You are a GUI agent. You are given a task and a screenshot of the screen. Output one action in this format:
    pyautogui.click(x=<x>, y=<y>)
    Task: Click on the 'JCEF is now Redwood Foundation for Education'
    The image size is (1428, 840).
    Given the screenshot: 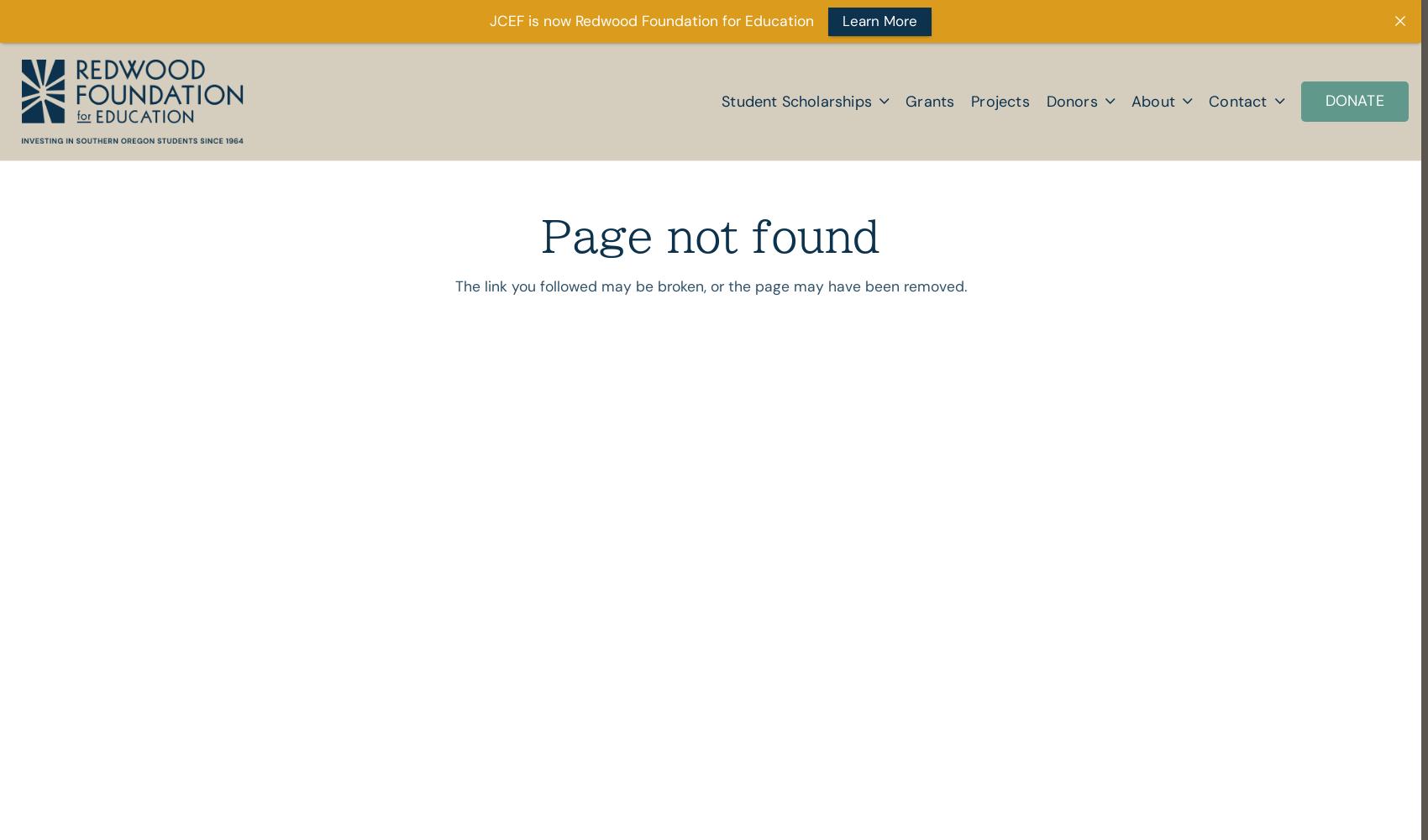 What is the action you would take?
    pyautogui.click(x=651, y=21)
    